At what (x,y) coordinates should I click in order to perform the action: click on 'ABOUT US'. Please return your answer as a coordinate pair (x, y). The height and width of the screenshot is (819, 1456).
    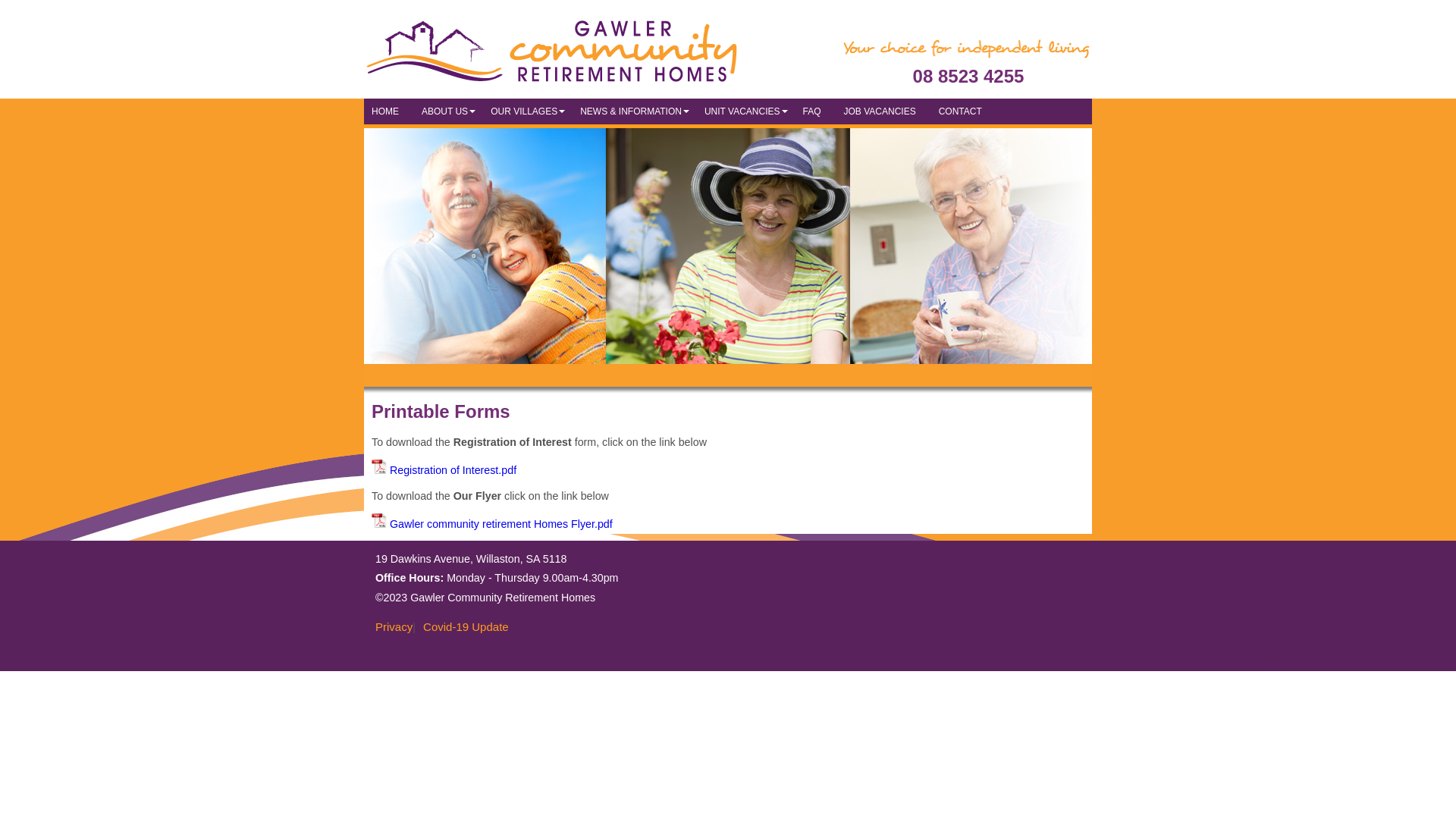
    Looking at the image, I should click on (447, 110).